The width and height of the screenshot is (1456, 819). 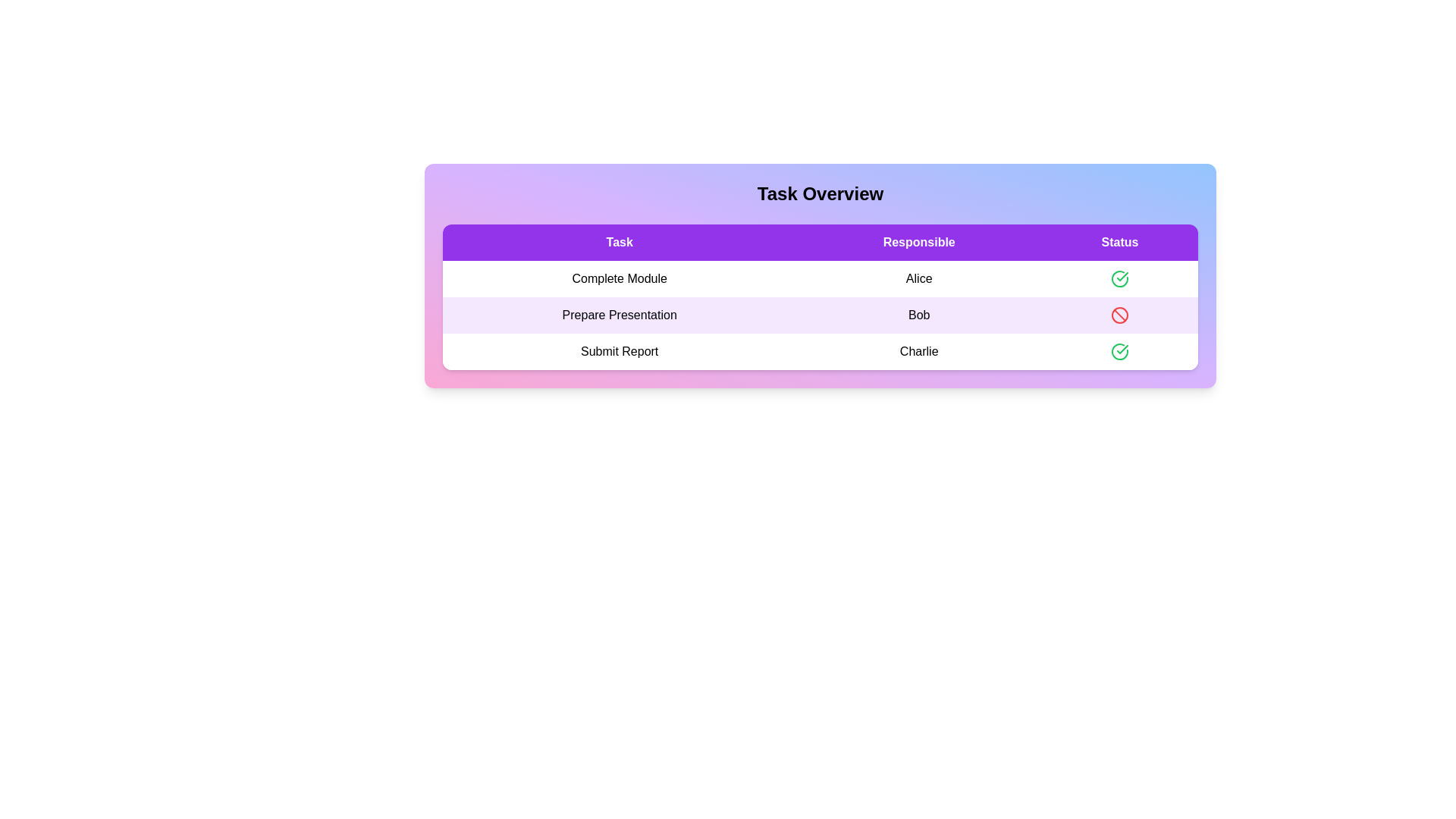 What do you see at coordinates (1120, 315) in the screenshot?
I see `the status icon indicating the task 'Prepare Presentation' to interact with it, as it is located in the third column of the second row of the table` at bounding box center [1120, 315].